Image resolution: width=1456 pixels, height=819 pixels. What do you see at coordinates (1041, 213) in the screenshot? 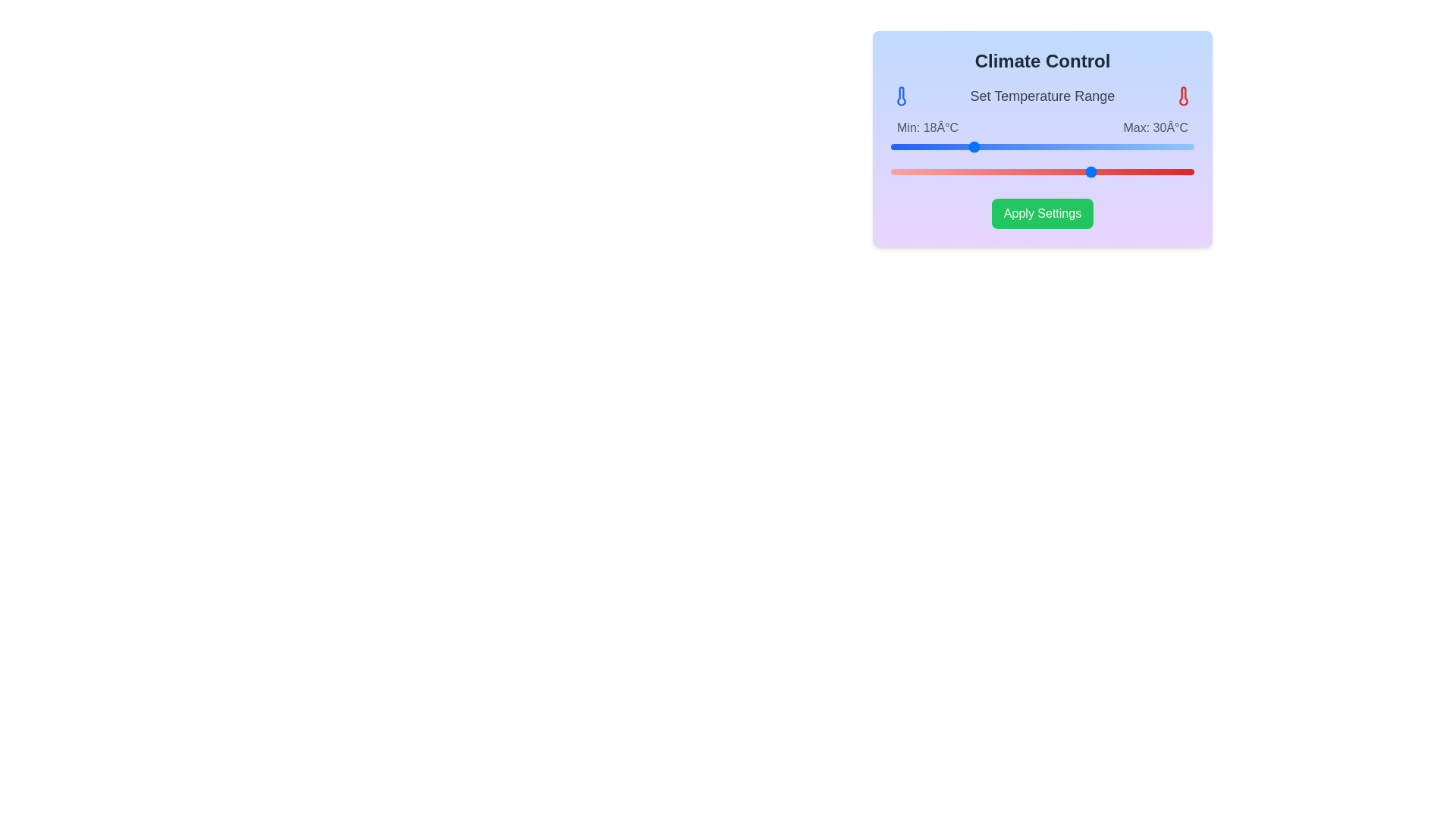
I see `the 'Apply Settings' button` at bounding box center [1041, 213].